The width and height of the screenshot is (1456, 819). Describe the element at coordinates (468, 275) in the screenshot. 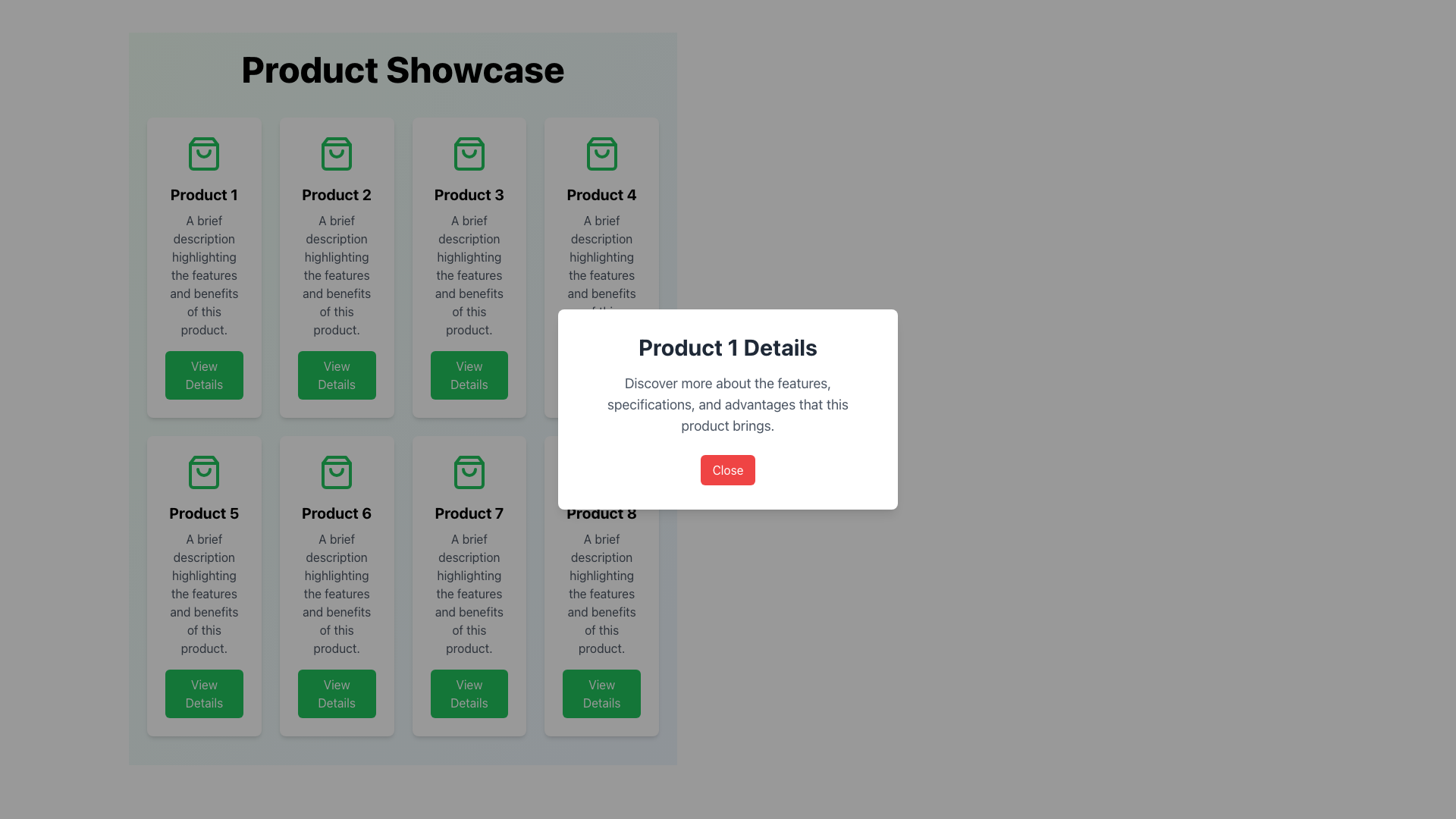

I see `the text block located in the middle of the card labeled 'Product 3', positioned between the title 'Product 3' and the button 'View Details'` at that location.